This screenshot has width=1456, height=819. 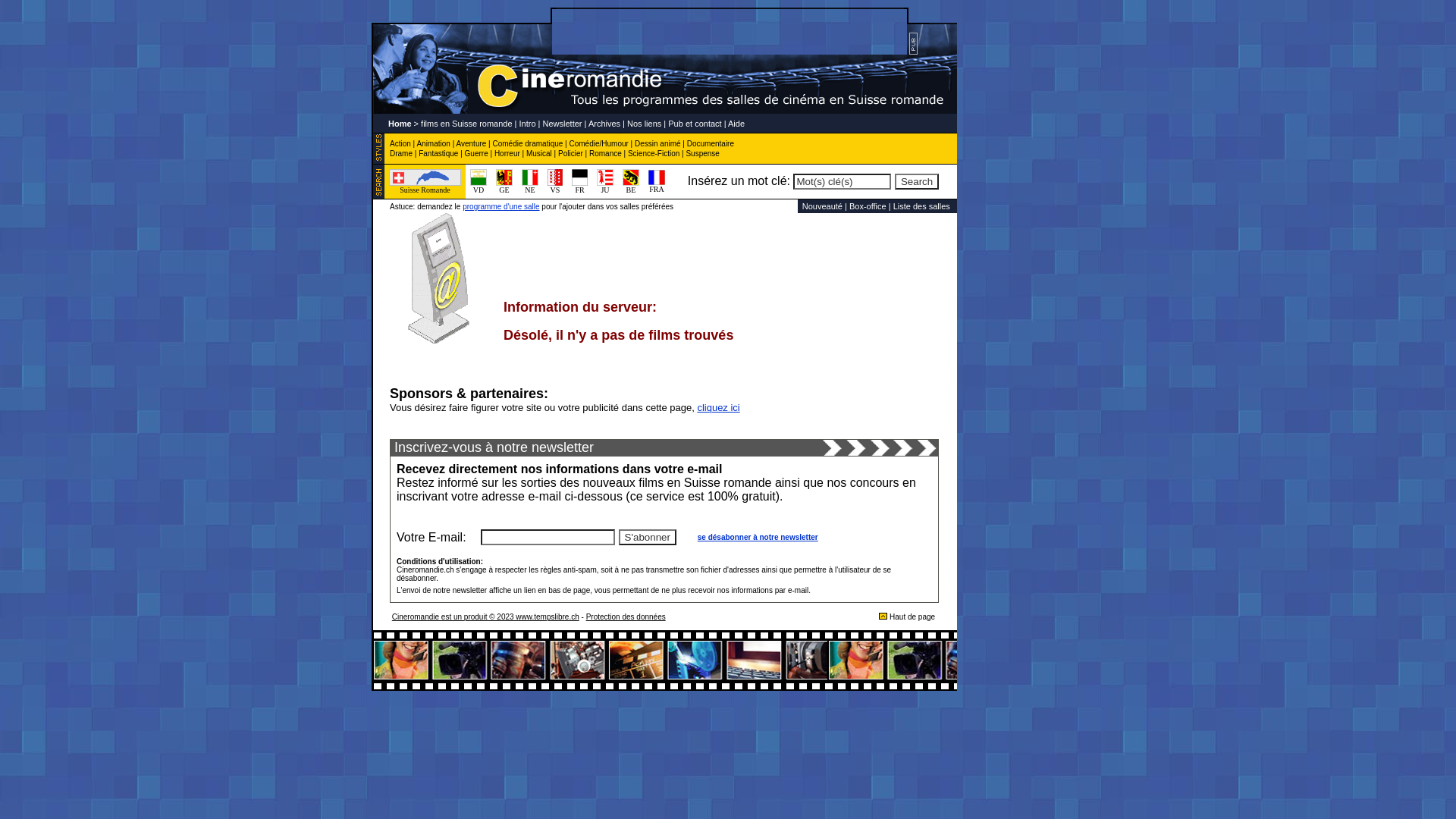 I want to click on 'Policier', so click(x=570, y=153).